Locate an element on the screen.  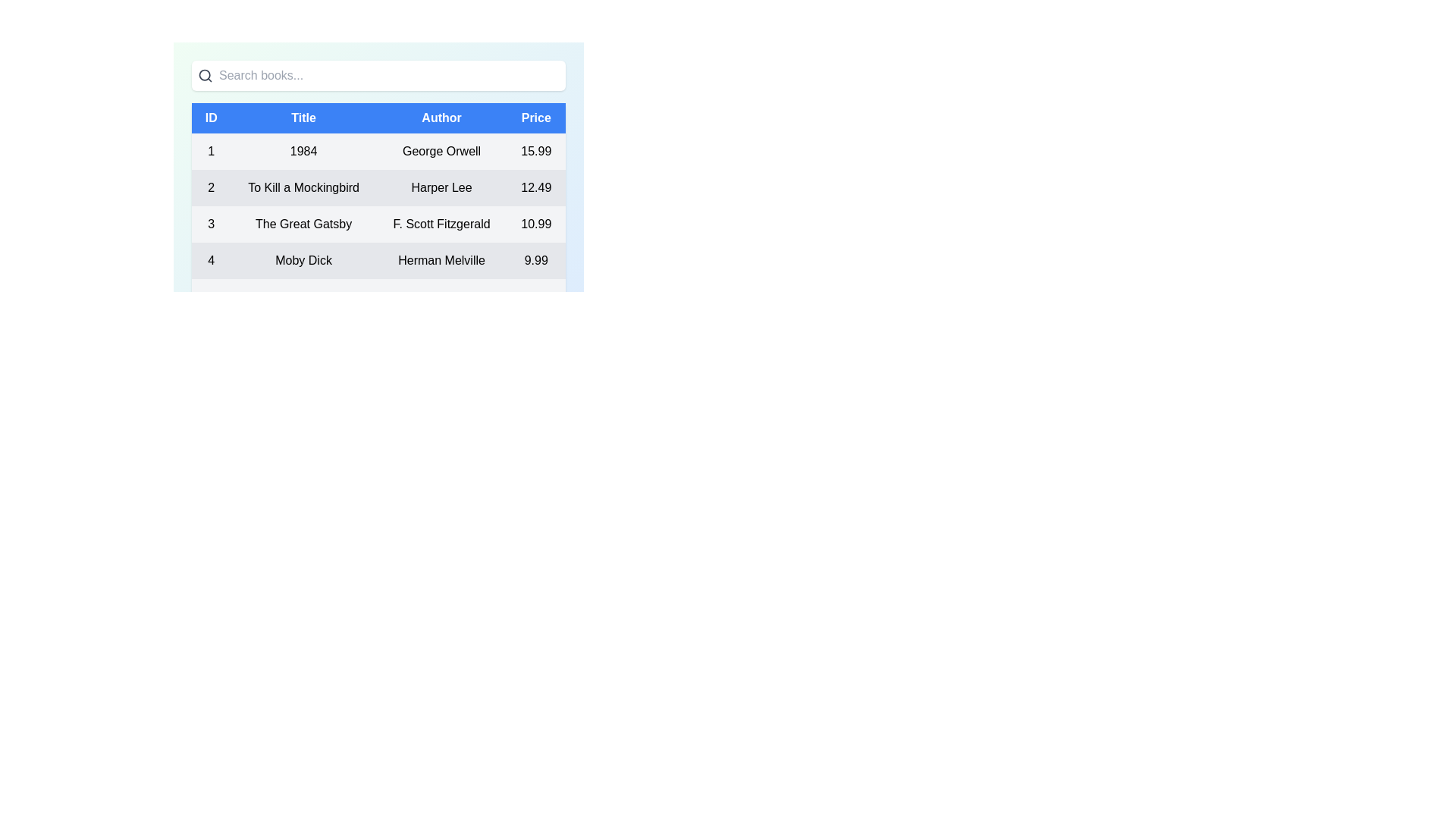
the text label displaying the price '15.99', which is the fourth cell in the first data row of the table under the 'Price' column is located at coordinates (536, 152).